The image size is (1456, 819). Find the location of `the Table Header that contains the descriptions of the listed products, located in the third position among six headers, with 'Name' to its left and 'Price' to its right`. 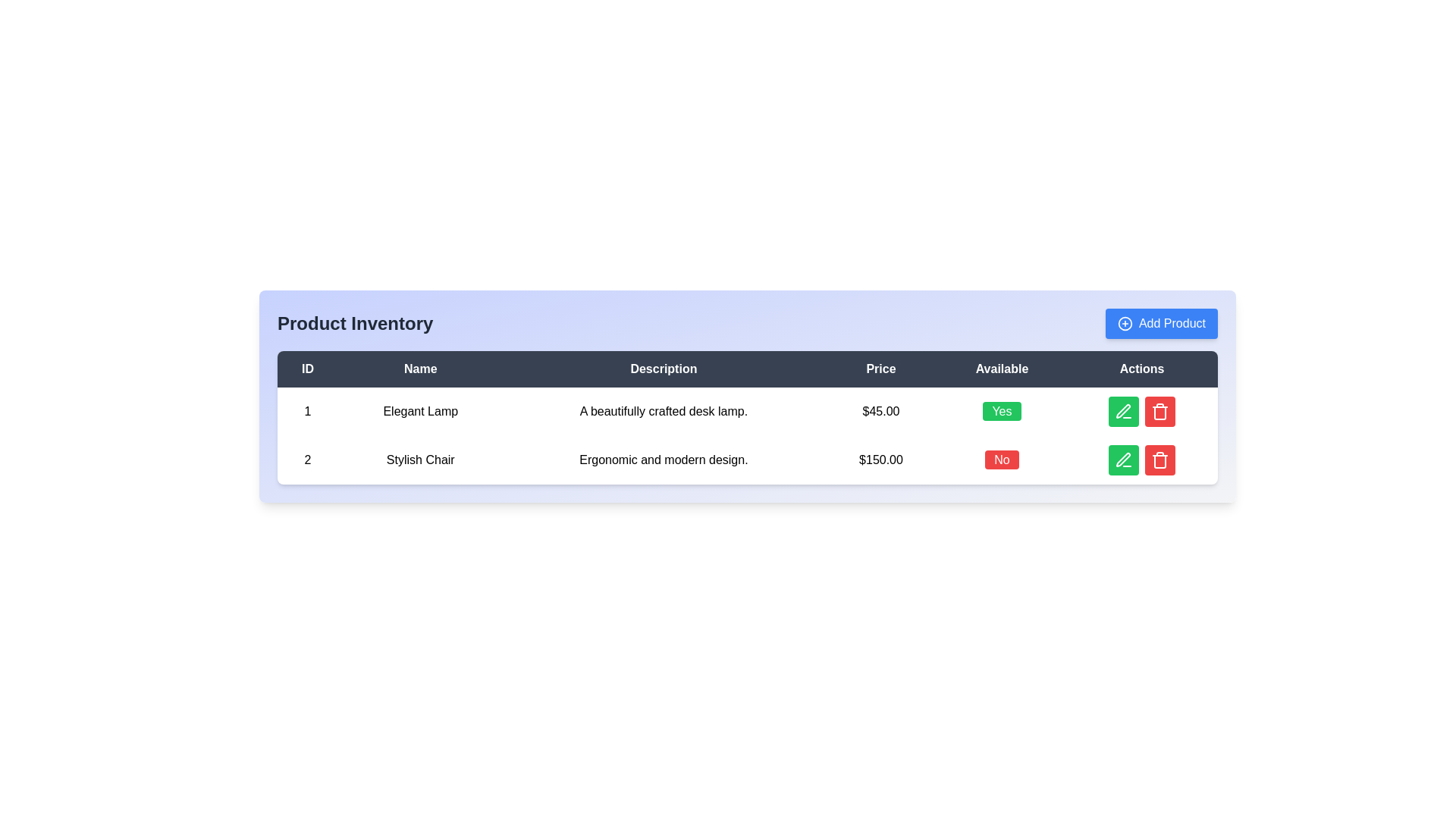

the Table Header that contains the descriptions of the listed products, located in the third position among six headers, with 'Name' to its left and 'Price' to its right is located at coordinates (664, 369).